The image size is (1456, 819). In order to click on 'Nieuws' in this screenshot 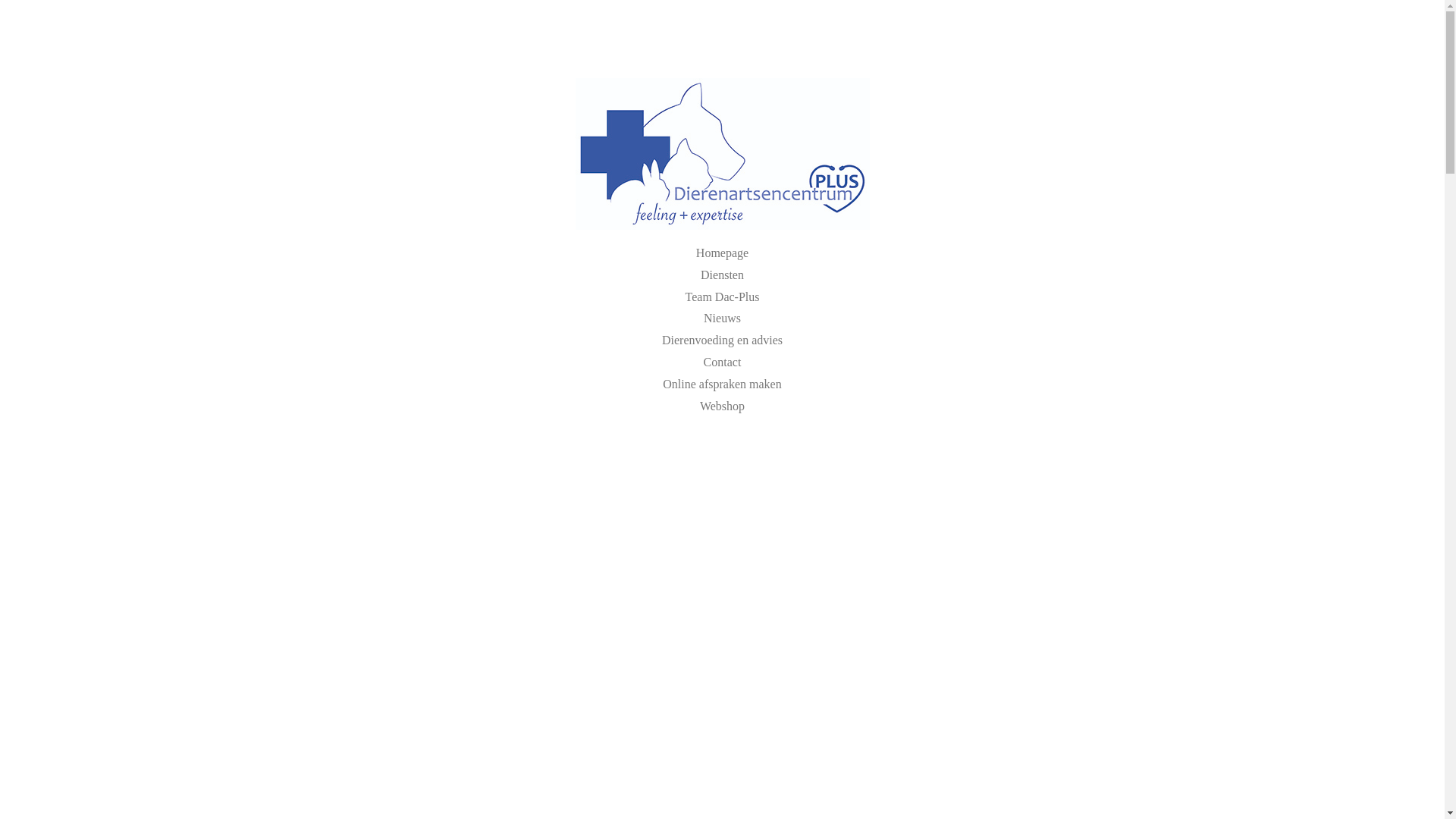, I will do `click(721, 317)`.